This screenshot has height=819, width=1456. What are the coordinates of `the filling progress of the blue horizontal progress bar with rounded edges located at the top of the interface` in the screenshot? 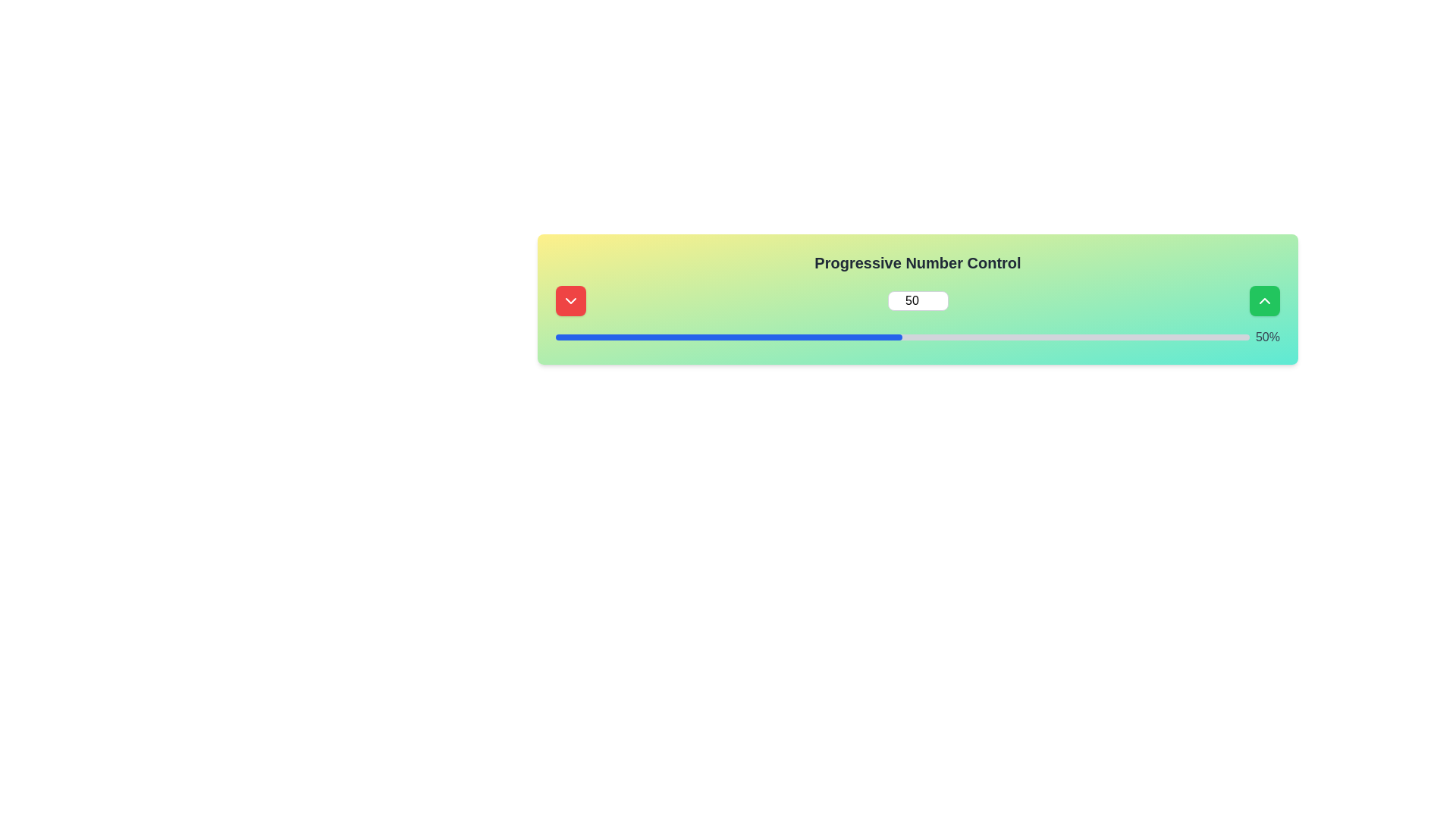 It's located at (729, 336).